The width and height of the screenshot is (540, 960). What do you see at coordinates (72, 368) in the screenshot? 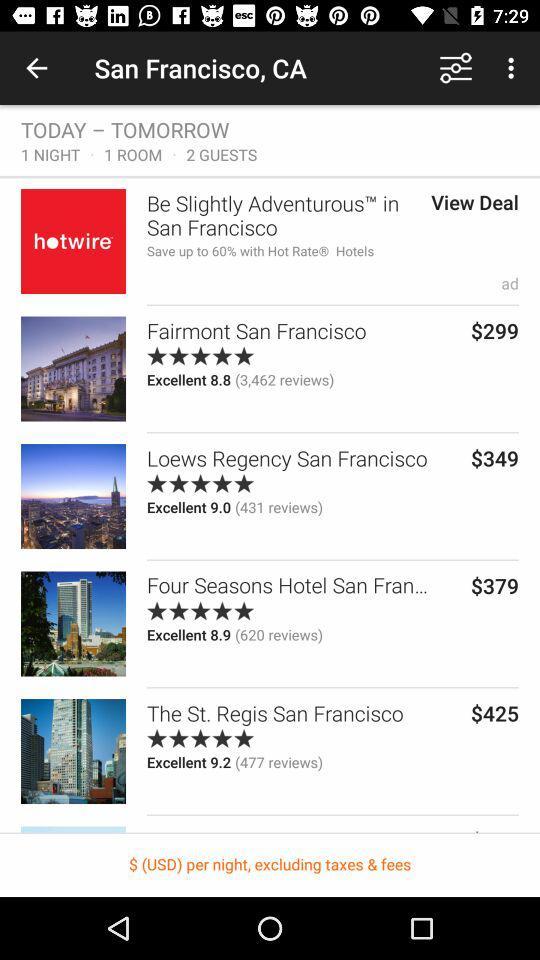
I see `the second image from top` at bounding box center [72, 368].